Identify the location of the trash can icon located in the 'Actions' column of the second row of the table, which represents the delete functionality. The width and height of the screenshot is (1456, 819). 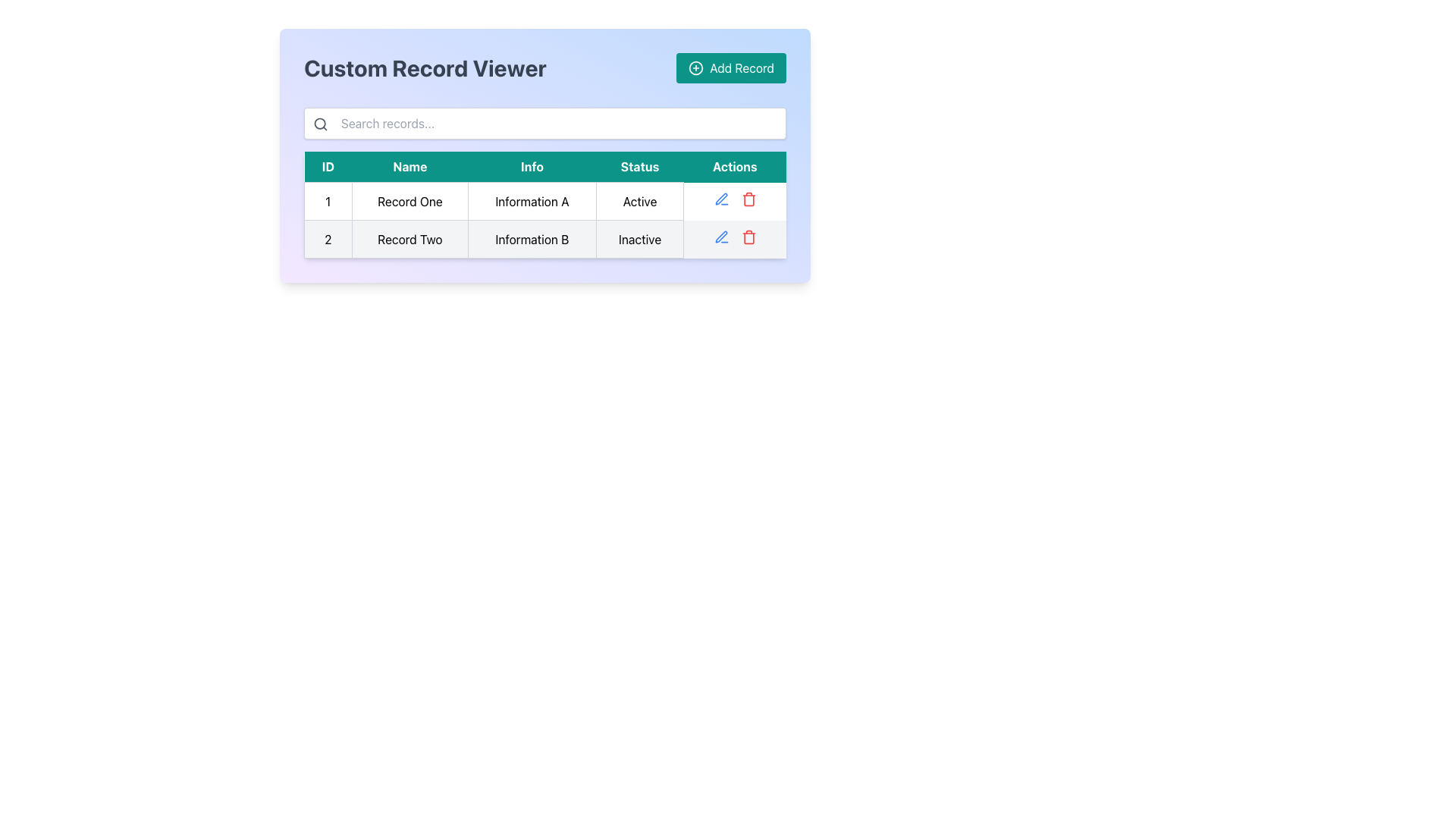
(748, 199).